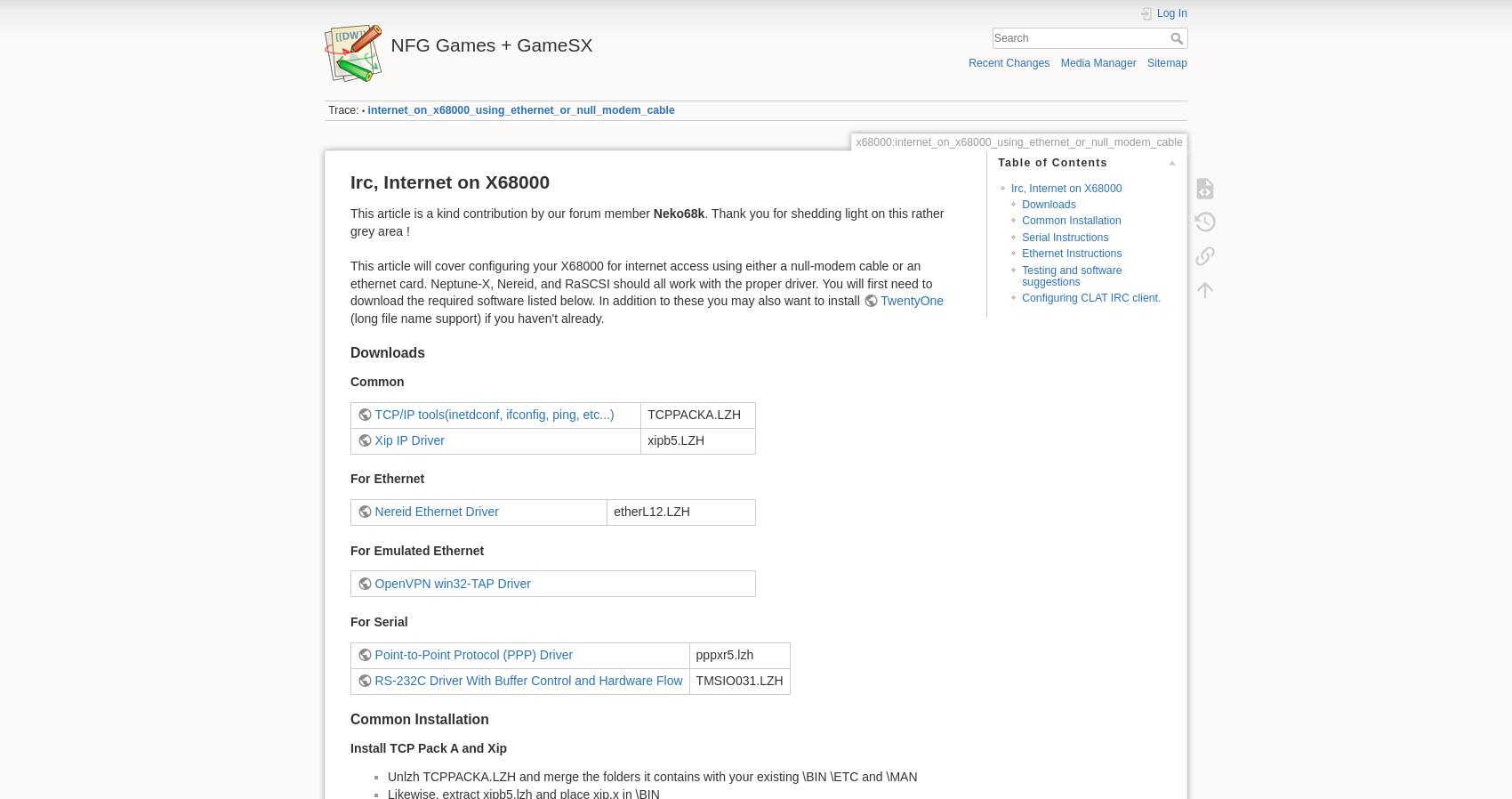  I want to click on 'Serial Instructions', so click(1064, 236).